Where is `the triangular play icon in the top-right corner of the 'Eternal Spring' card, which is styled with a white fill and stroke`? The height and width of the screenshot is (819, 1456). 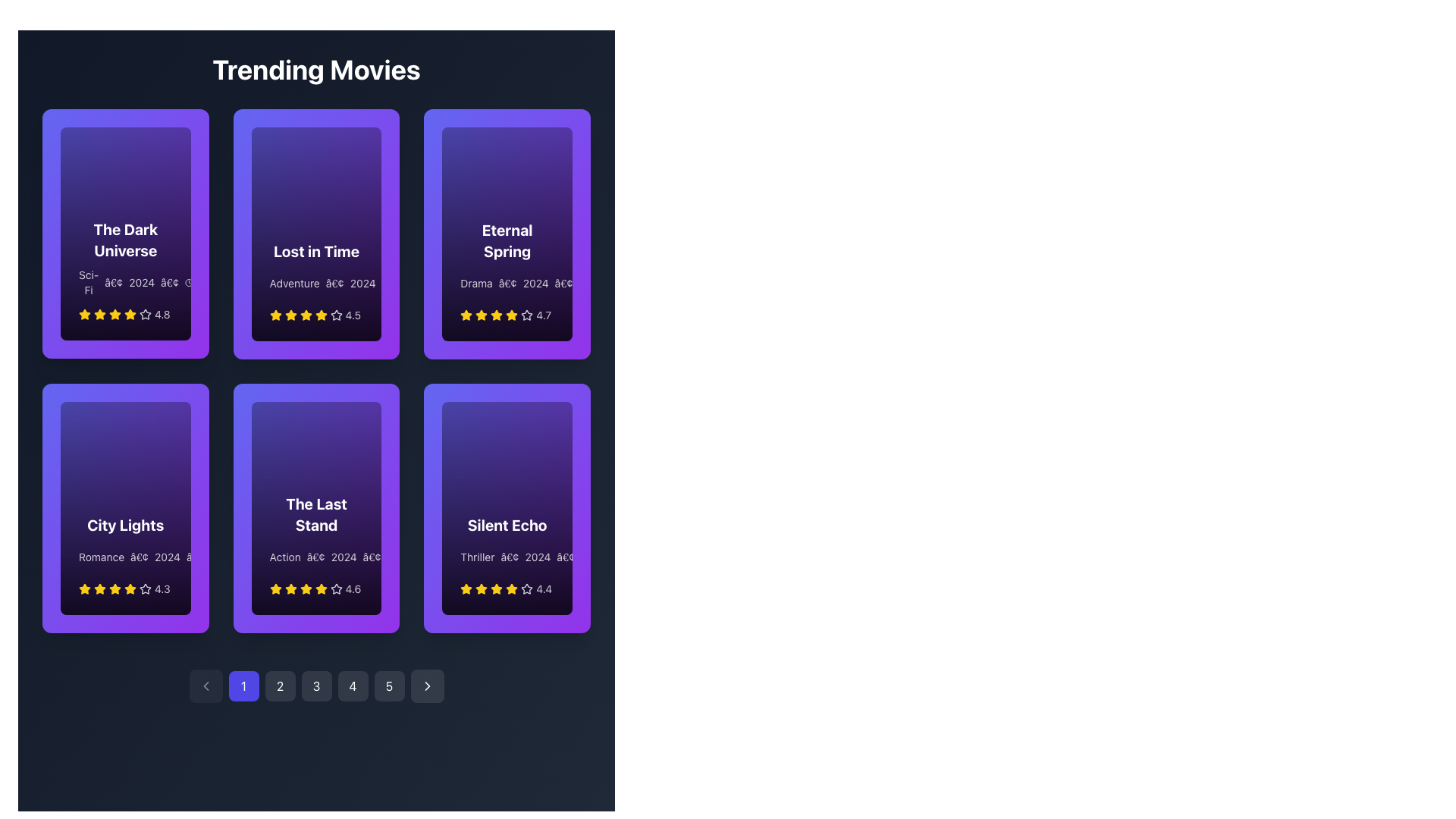
the triangular play icon in the top-right corner of the 'Eternal Spring' card, which is styled with a white fill and stroke is located at coordinates (564, 140).